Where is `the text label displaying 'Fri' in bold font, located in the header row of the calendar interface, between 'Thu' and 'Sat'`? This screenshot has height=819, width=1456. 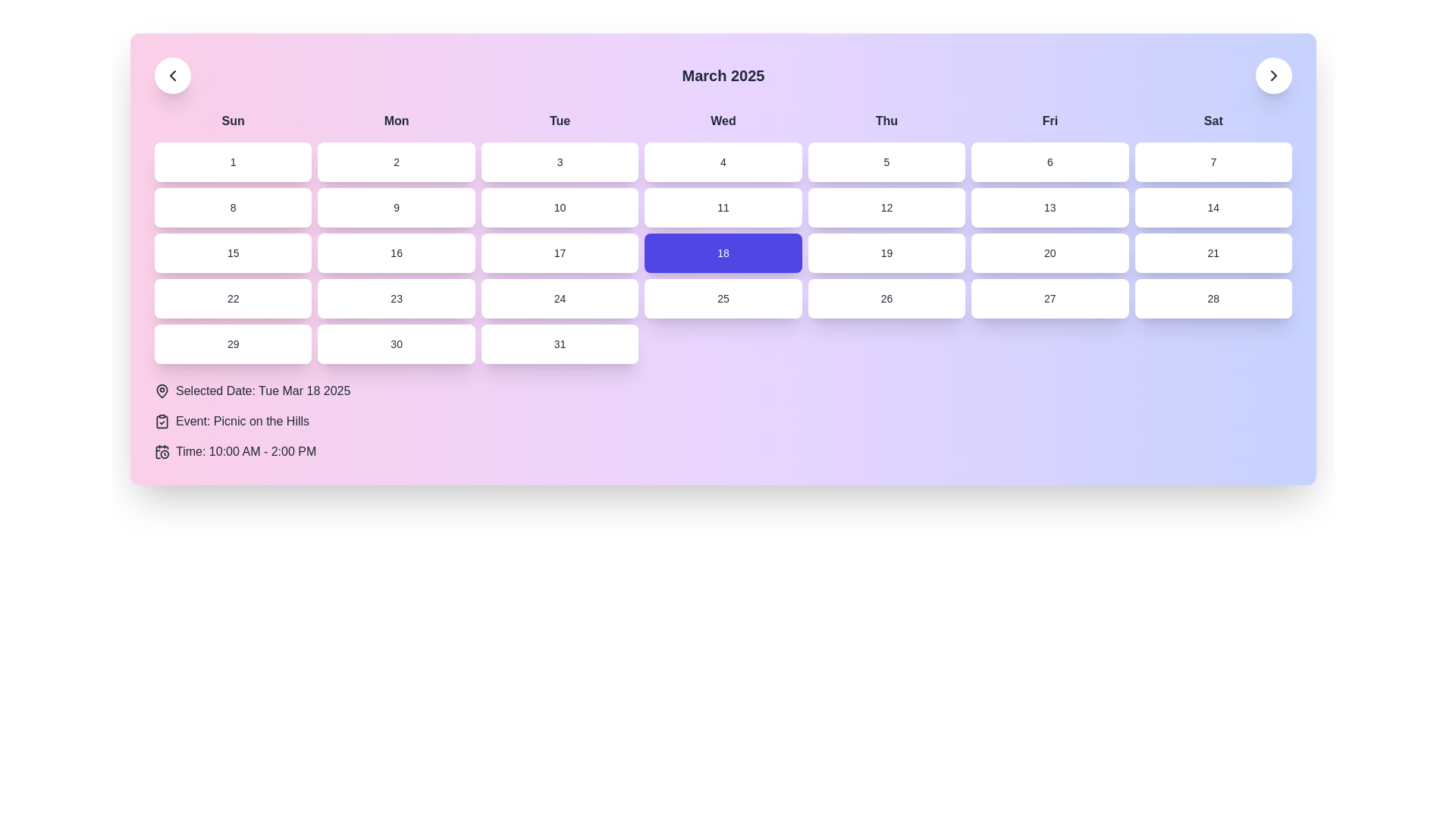 the text label displaying 'Fri' in bold font, located in the header row of the calendar interface, between 'Thu' and 'Sat' is located at coordinates (1049, 120).